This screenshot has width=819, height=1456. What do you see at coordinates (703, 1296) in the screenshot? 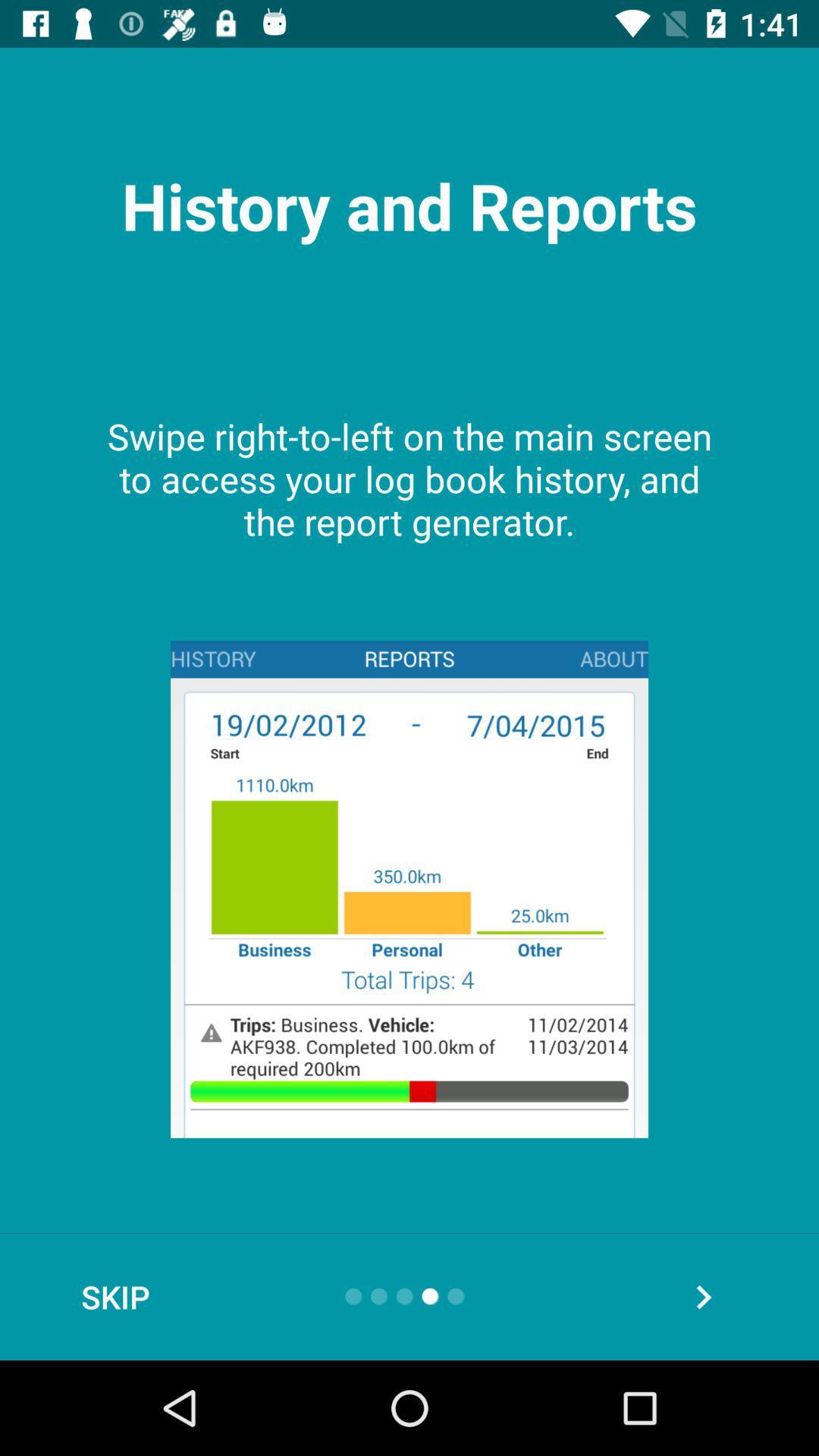
I see `next session` at bounding box center [703, 1296].